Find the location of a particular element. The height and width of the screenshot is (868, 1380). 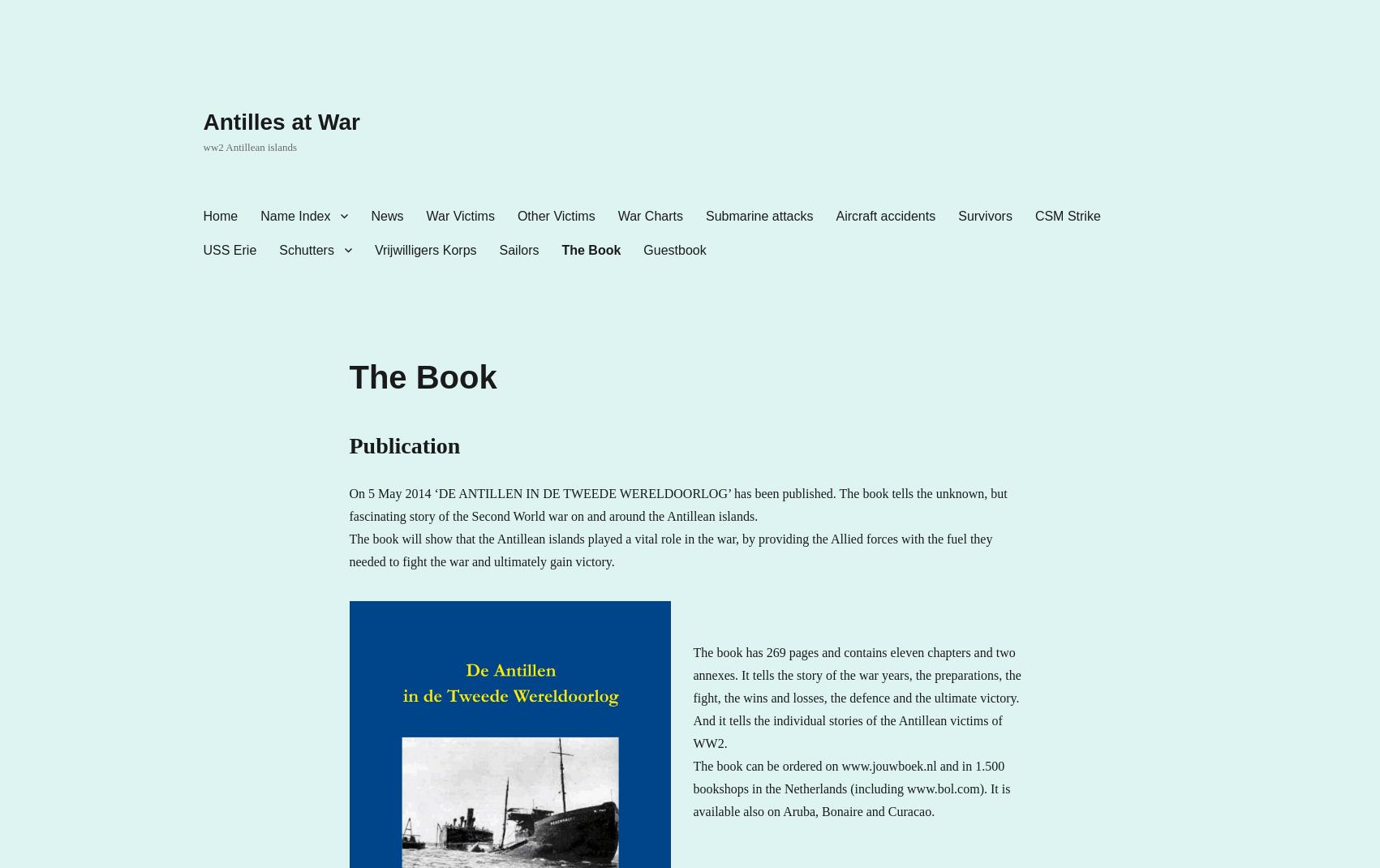

'War Victims' is located at coordinates (459, 214).